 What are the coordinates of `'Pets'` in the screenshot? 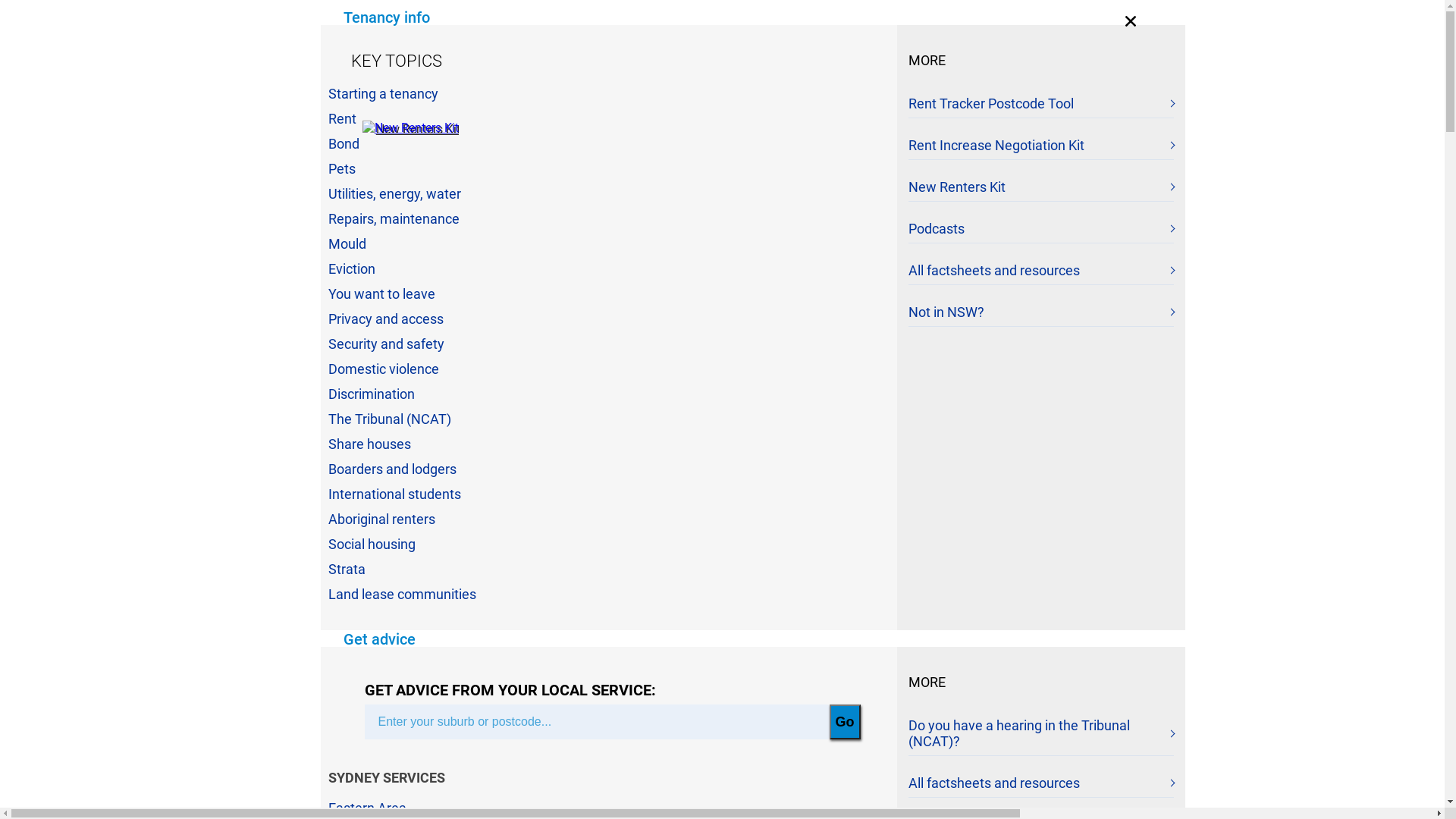 It's located at (340, 168).